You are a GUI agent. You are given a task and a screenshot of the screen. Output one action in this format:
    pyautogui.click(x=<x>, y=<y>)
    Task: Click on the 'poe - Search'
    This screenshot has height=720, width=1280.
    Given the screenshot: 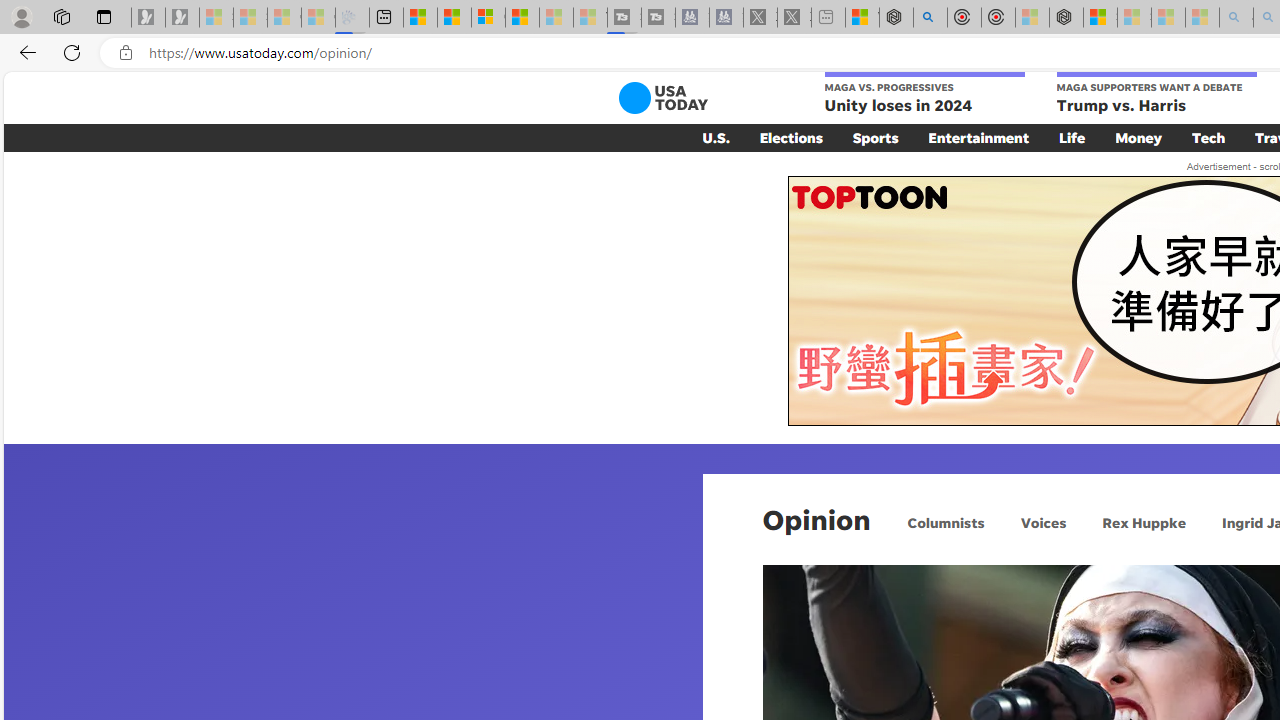 What is the action you would take?
    pyautogui.click(x=929, y=17)
    